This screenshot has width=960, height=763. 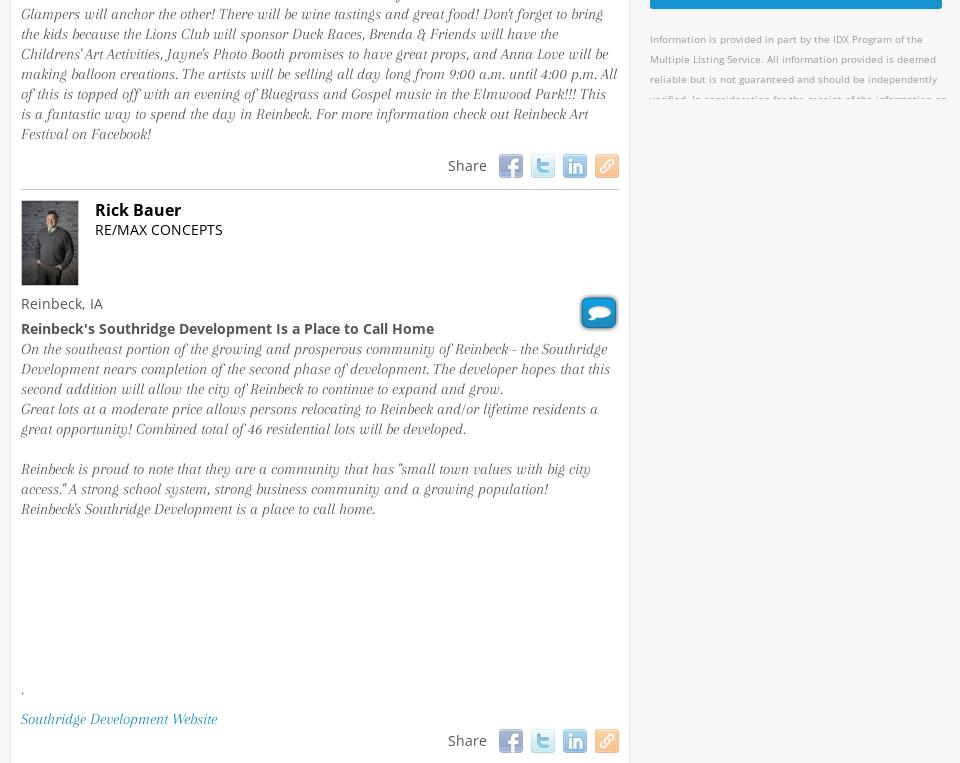 I want to click on 'Reinbeck, IA', so click(x=62, y=303).